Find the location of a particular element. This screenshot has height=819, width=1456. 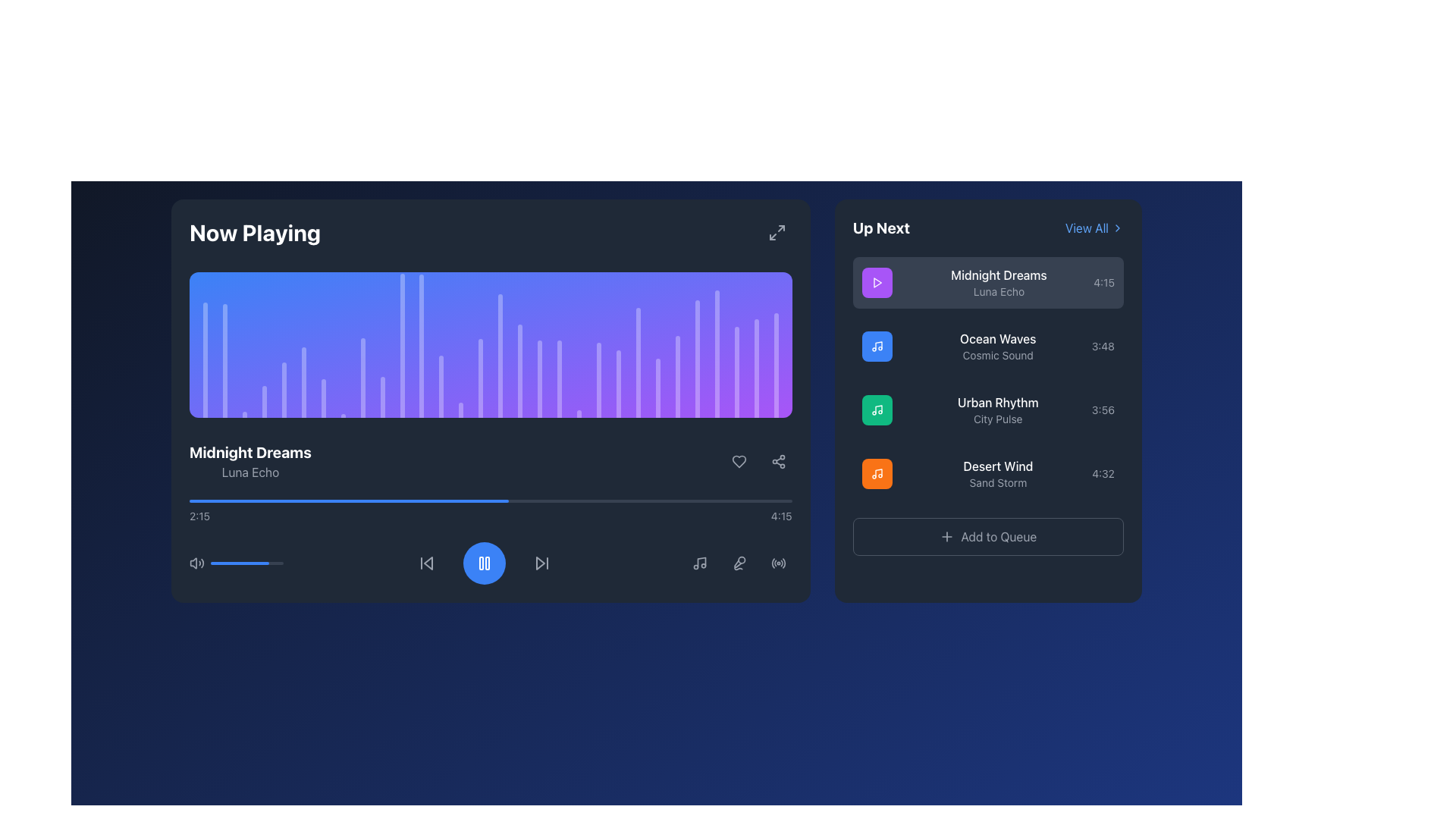

the label that displays the title of the currently playing track, located in the center-left area of the interface, underneath the graphical equalizer representation is located at coordinates (250, 452).